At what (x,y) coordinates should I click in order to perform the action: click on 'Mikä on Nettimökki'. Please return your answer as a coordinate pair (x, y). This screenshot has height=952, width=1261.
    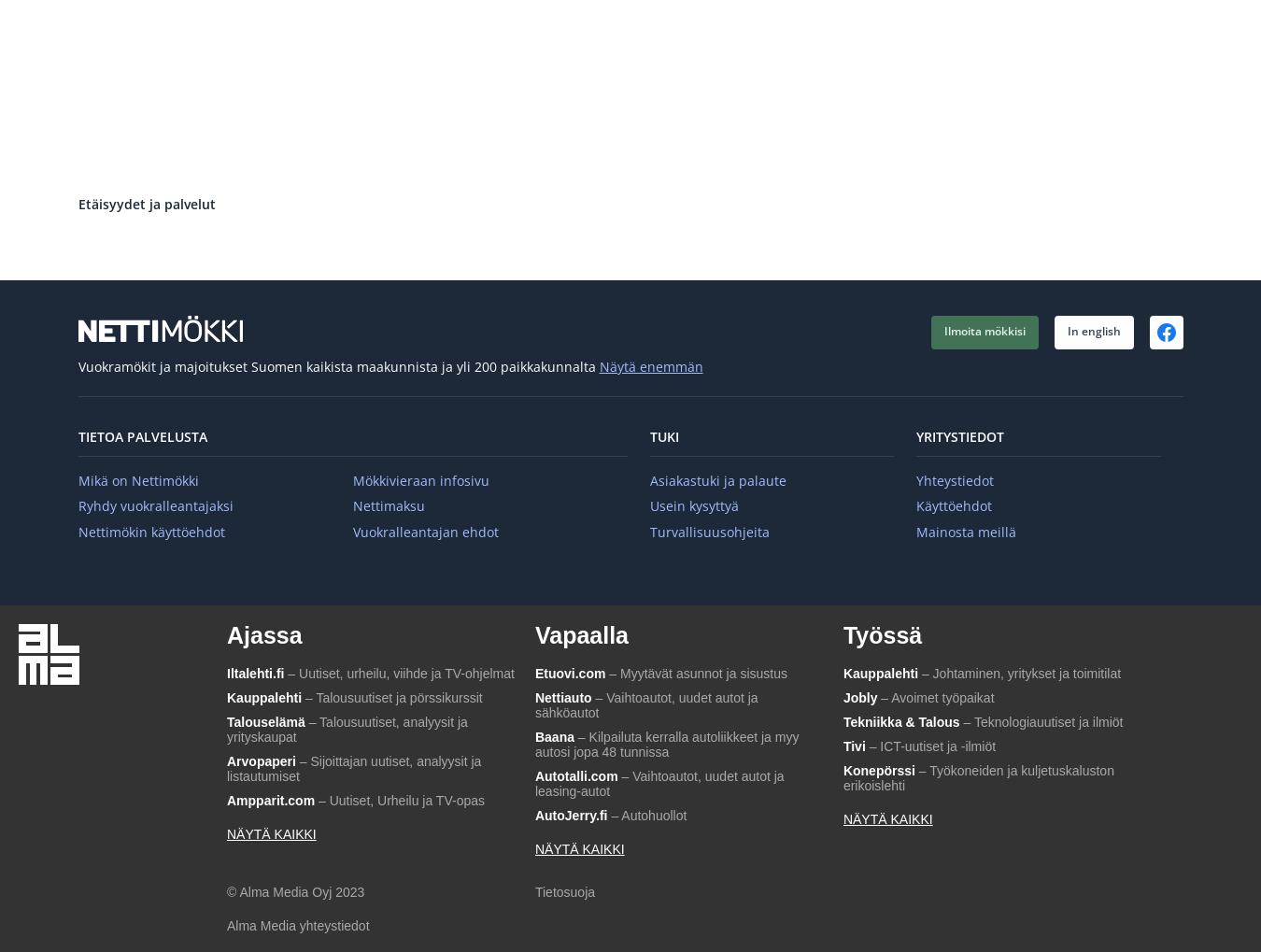
    Looking at the image, I should click on (137, 479).